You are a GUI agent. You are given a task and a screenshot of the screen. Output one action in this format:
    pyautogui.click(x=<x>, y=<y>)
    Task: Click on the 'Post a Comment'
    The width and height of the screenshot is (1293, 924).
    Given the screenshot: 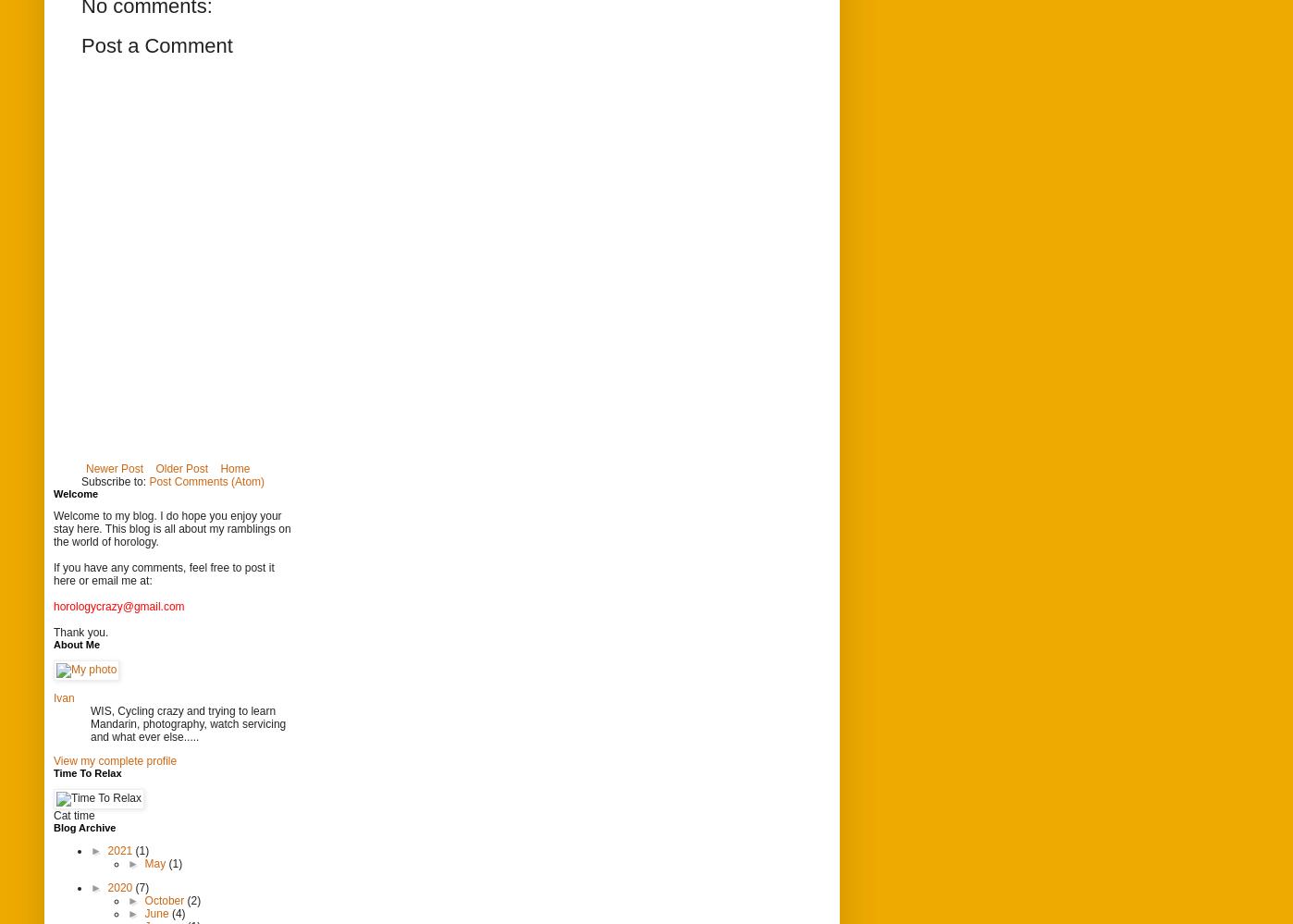 What is the action you would take?
    pyautogui.click(x=156, y=44)
    